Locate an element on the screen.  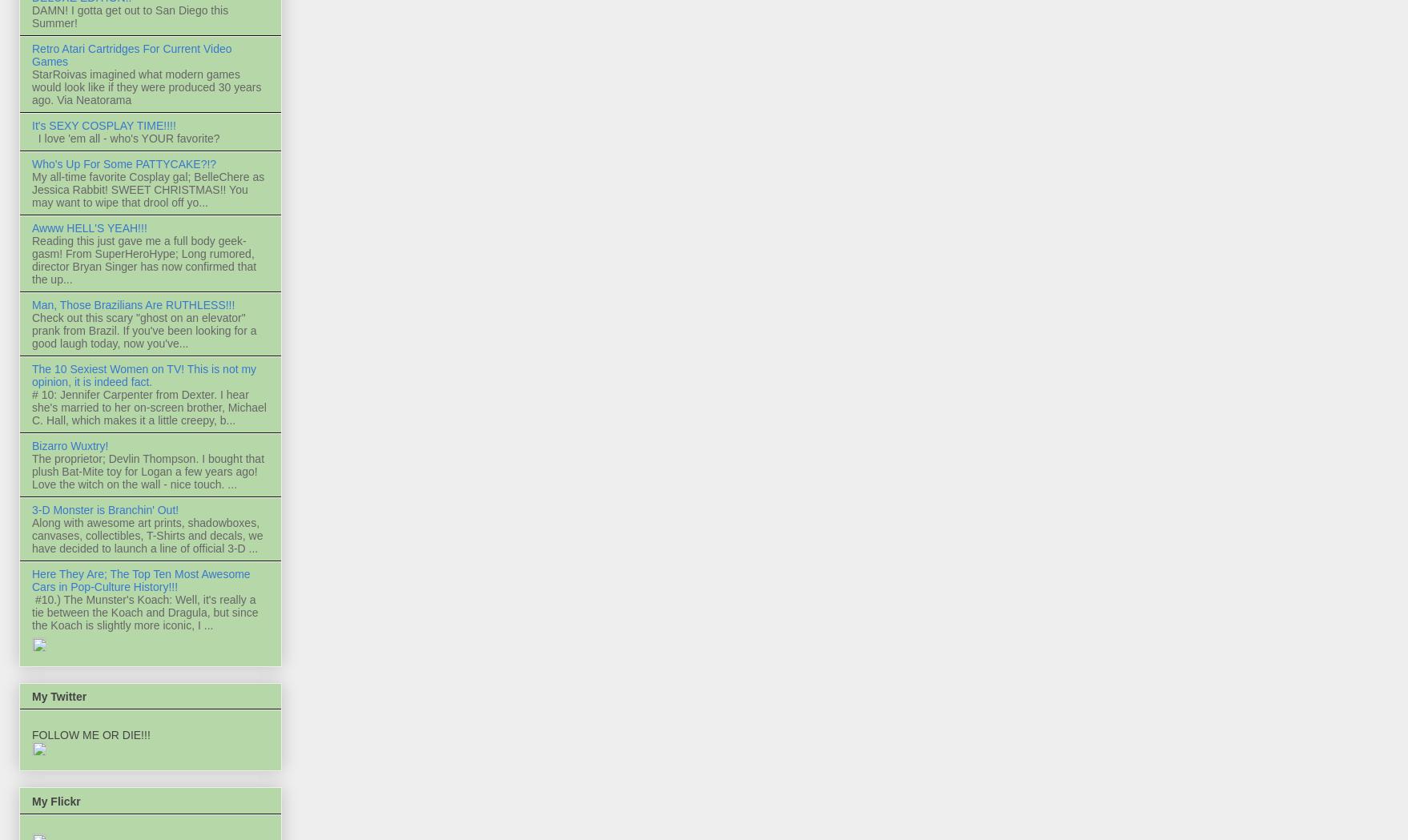
'It's SEXY COSPLAY TIME!!!!' is located at coordinates (103, 126).